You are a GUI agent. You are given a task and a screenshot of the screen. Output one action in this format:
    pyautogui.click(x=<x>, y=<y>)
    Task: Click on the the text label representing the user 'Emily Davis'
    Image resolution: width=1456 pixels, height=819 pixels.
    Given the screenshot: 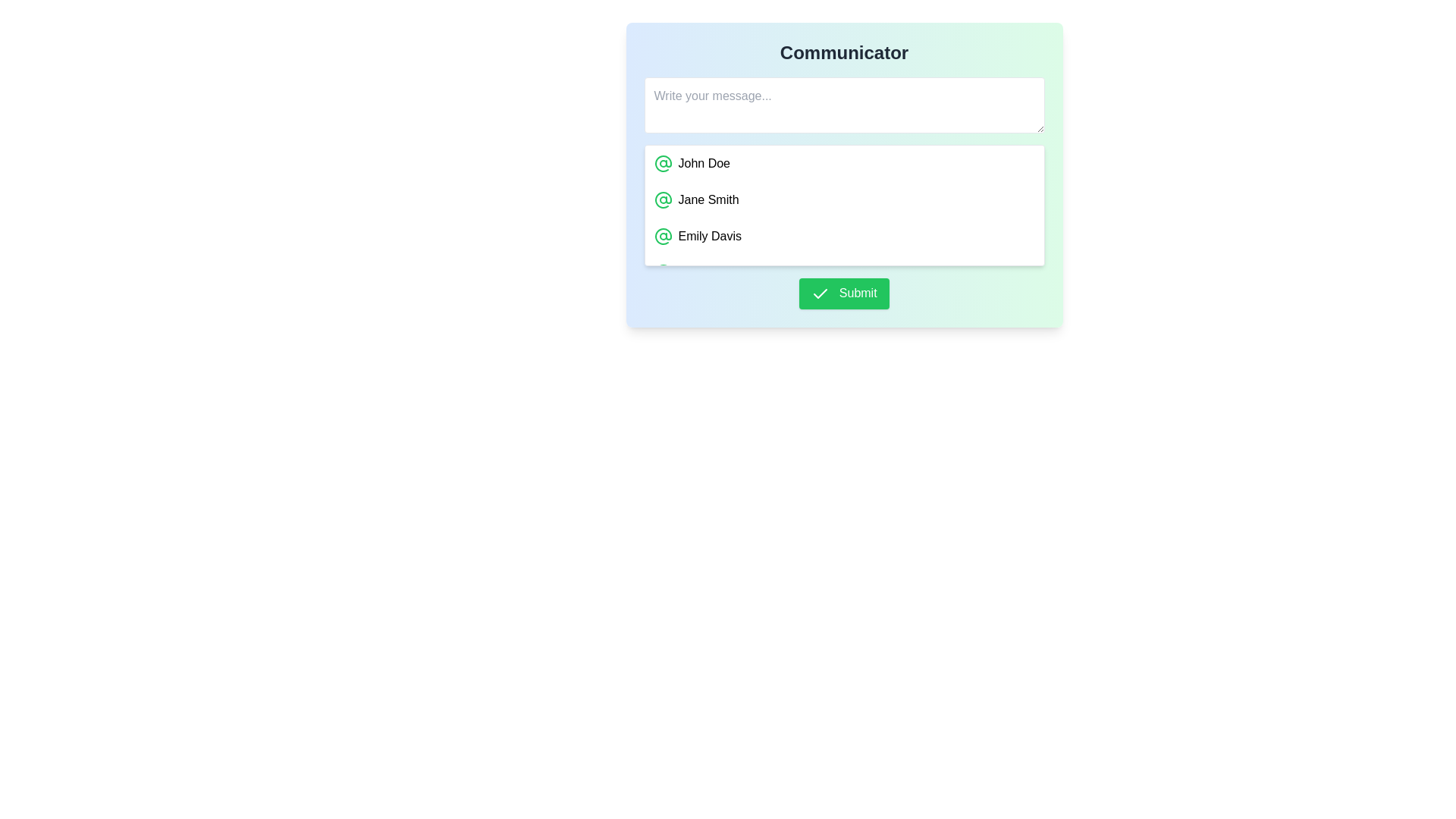 What is the action you would take?
    pyautogui.click(x=709, y=237)
    